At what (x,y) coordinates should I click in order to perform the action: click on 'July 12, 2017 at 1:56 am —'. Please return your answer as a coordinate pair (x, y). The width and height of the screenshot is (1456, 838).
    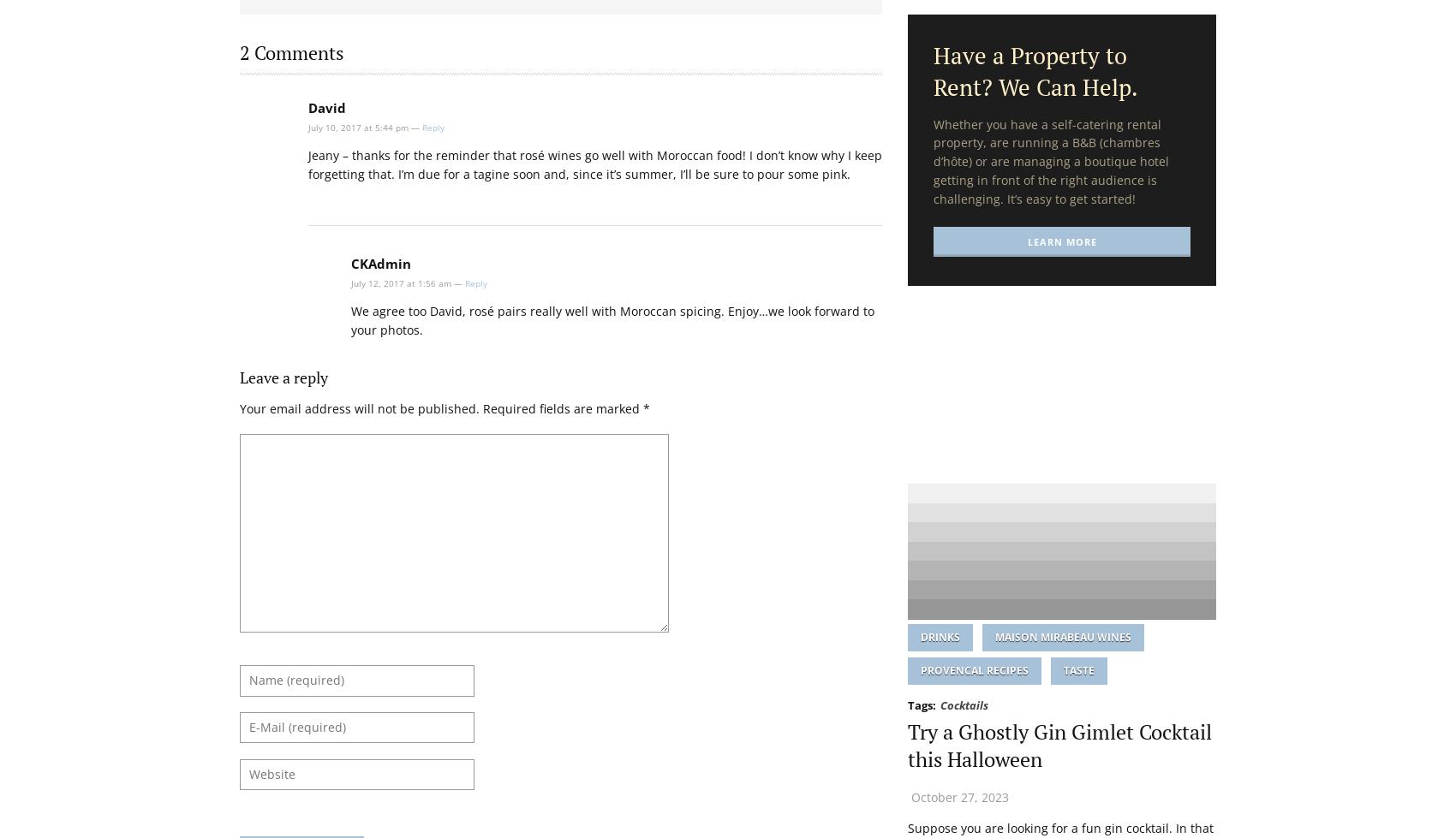
    Looking at the image, I should click on (350, 282).